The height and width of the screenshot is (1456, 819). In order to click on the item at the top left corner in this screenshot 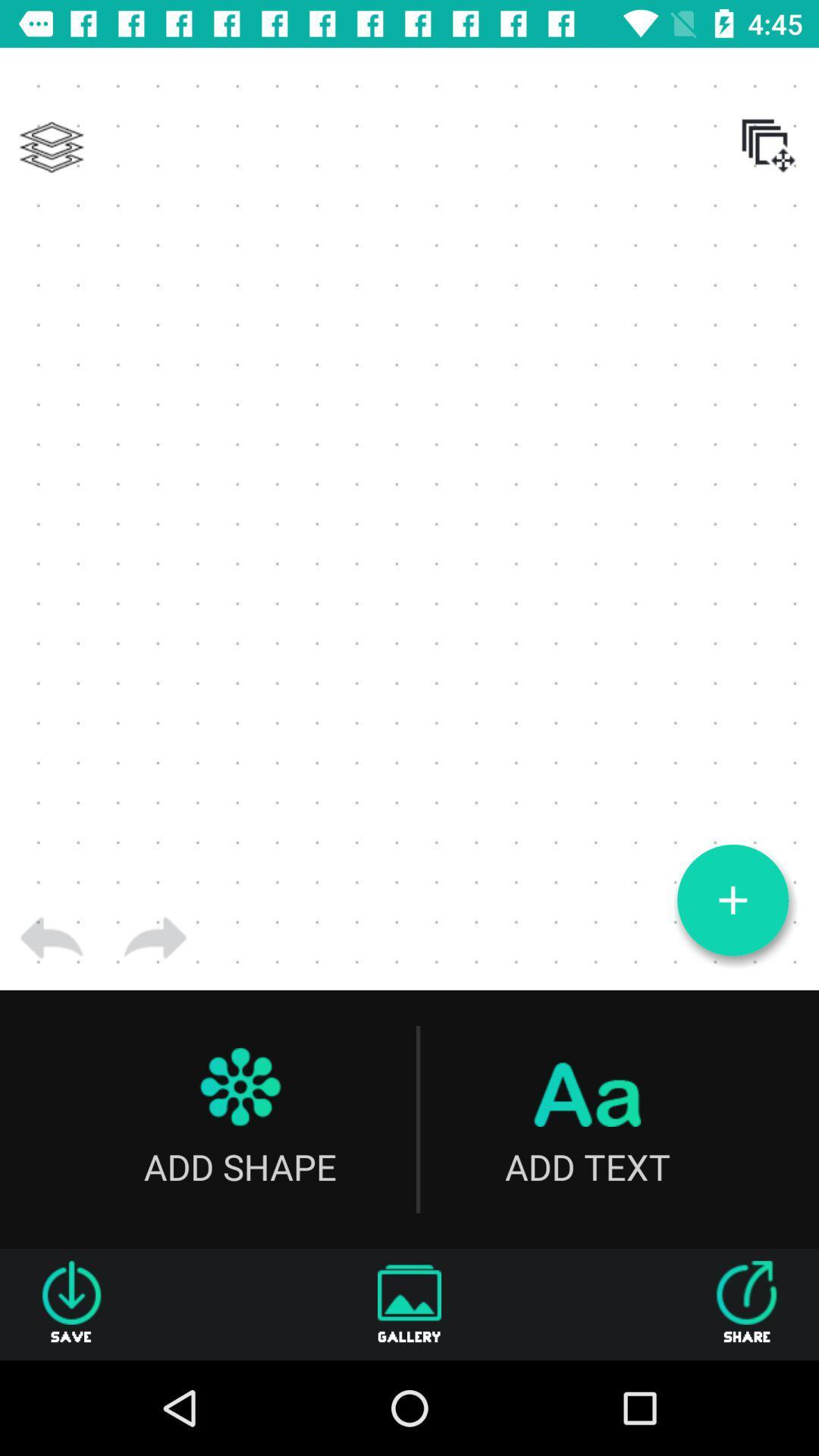, I will do `click(51, 147)`.